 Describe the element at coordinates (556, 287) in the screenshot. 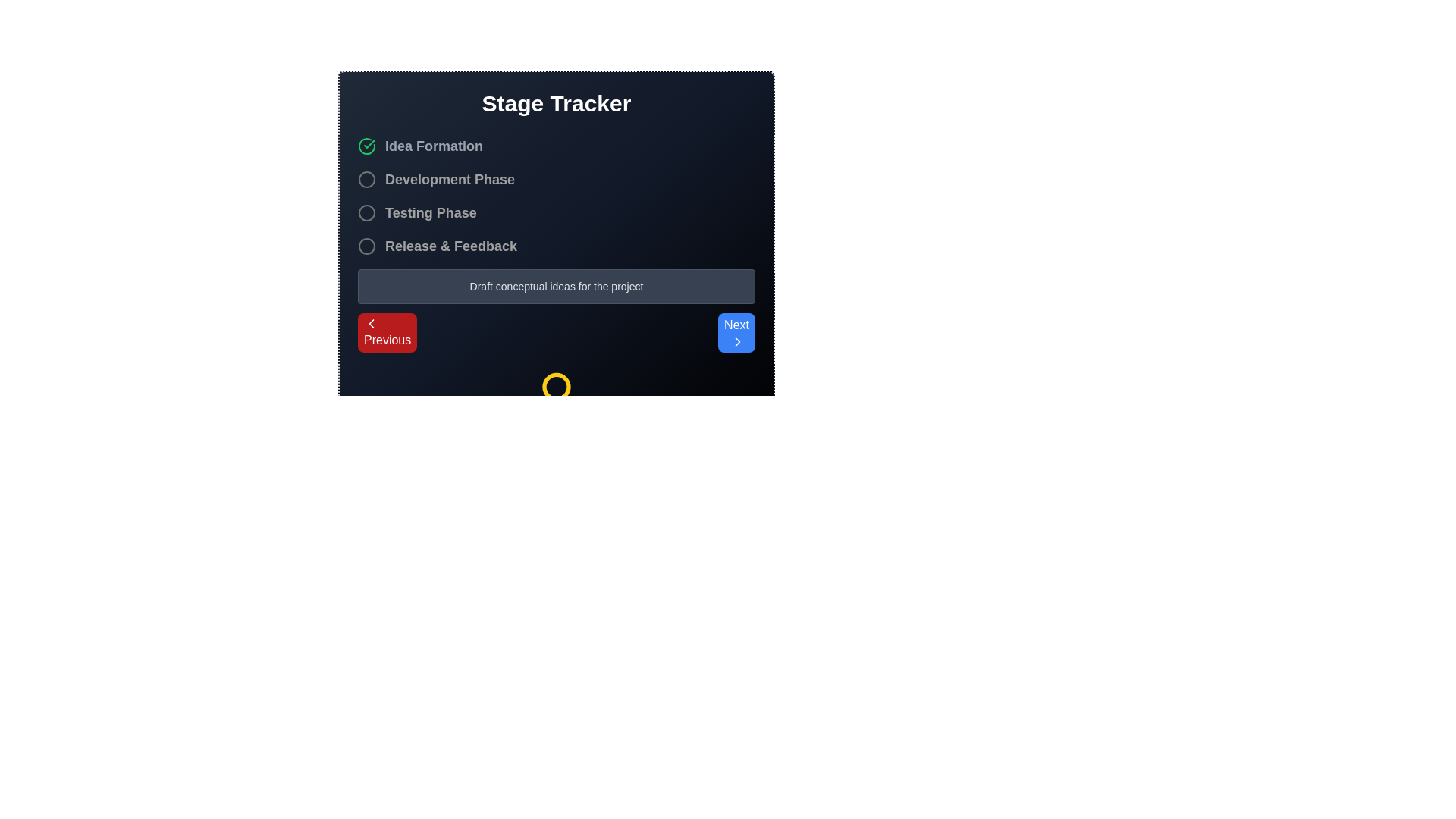

I see `the Text label located in the rectangular section with a rounded border and gray background, positioned centrally below the phase options and between the navigation buttons` at that location.